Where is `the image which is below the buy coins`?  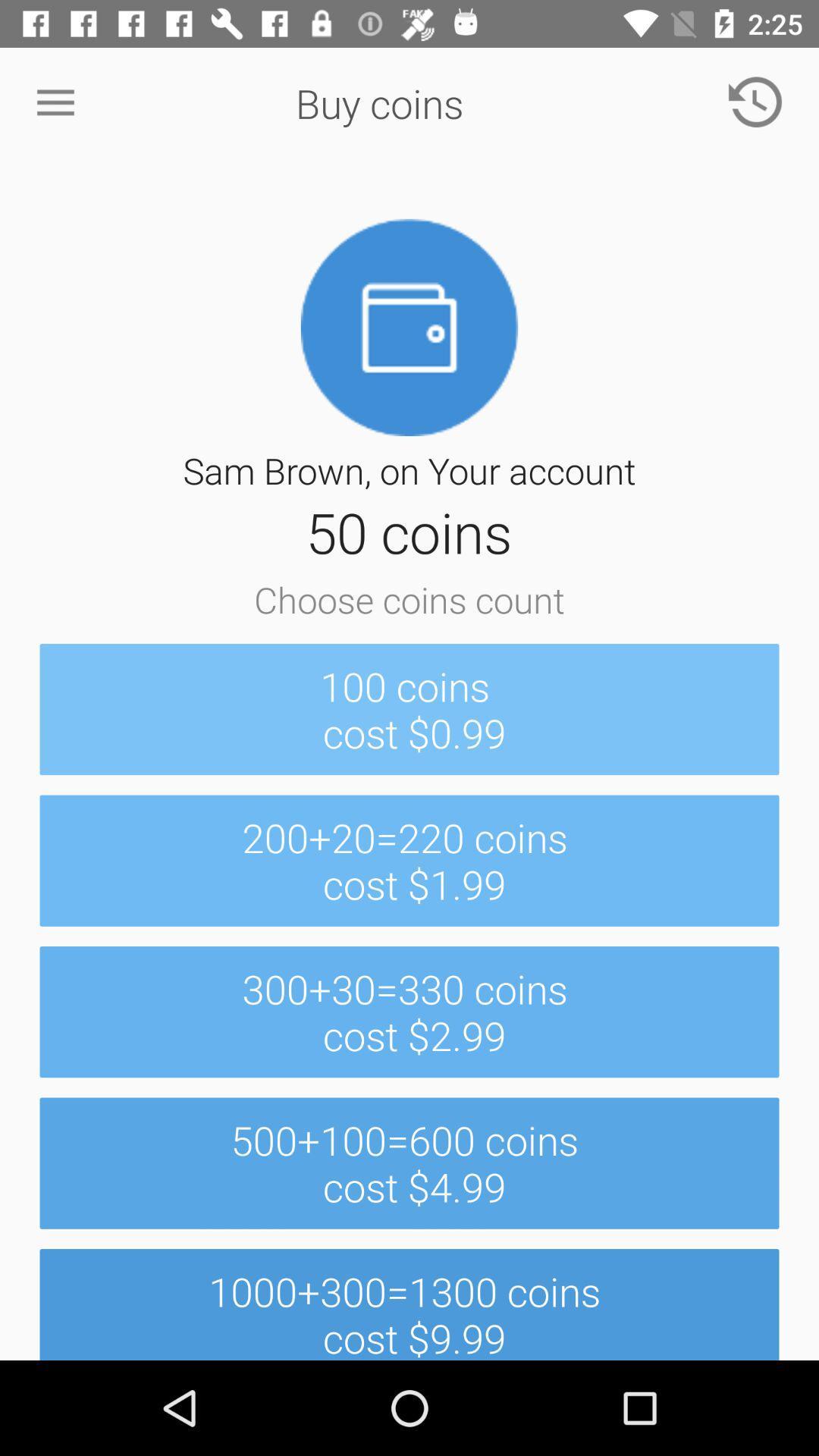
the image which is below the buy coins is located at coordinates (409, 327).